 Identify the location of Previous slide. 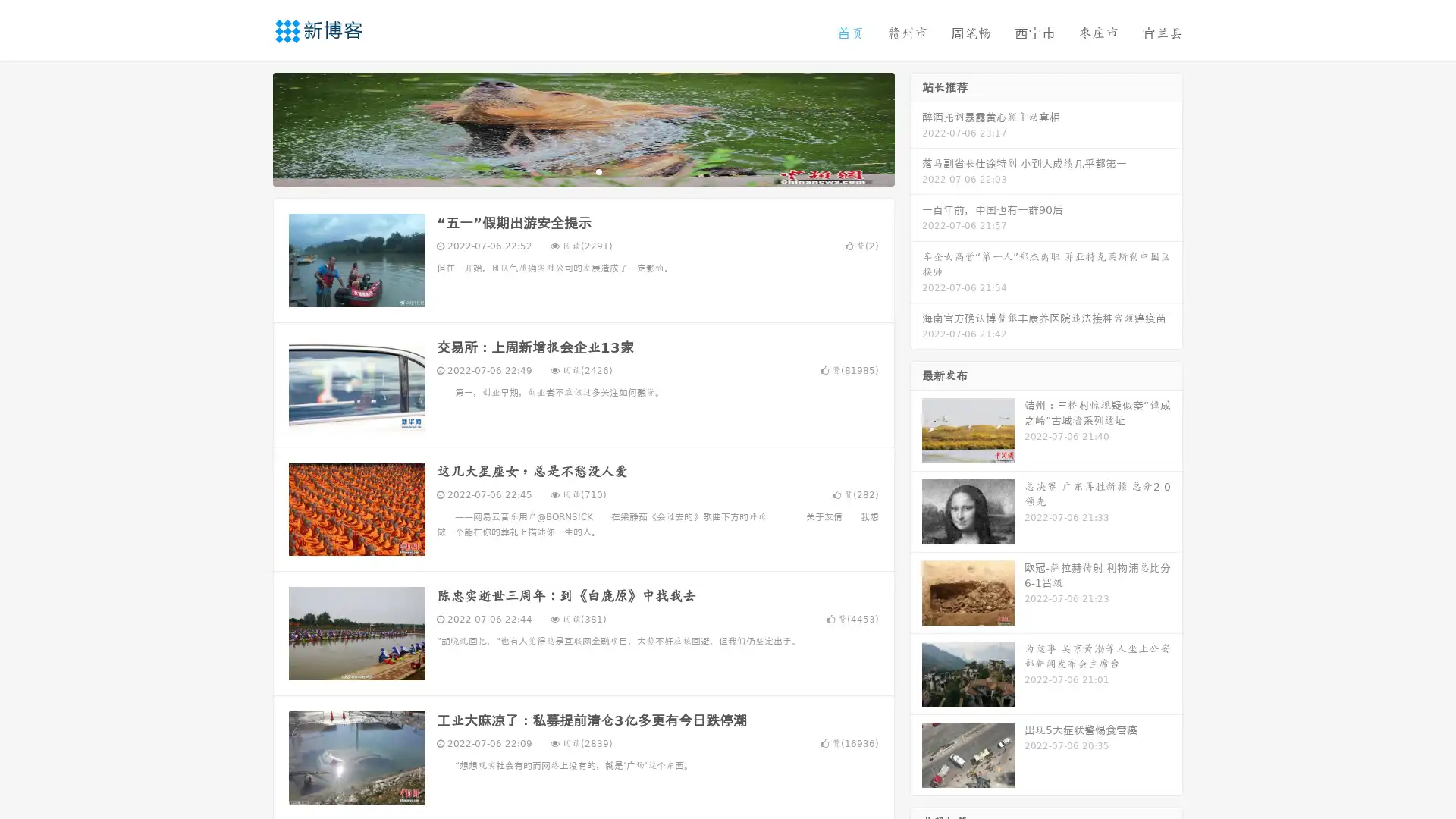
(250, 127).